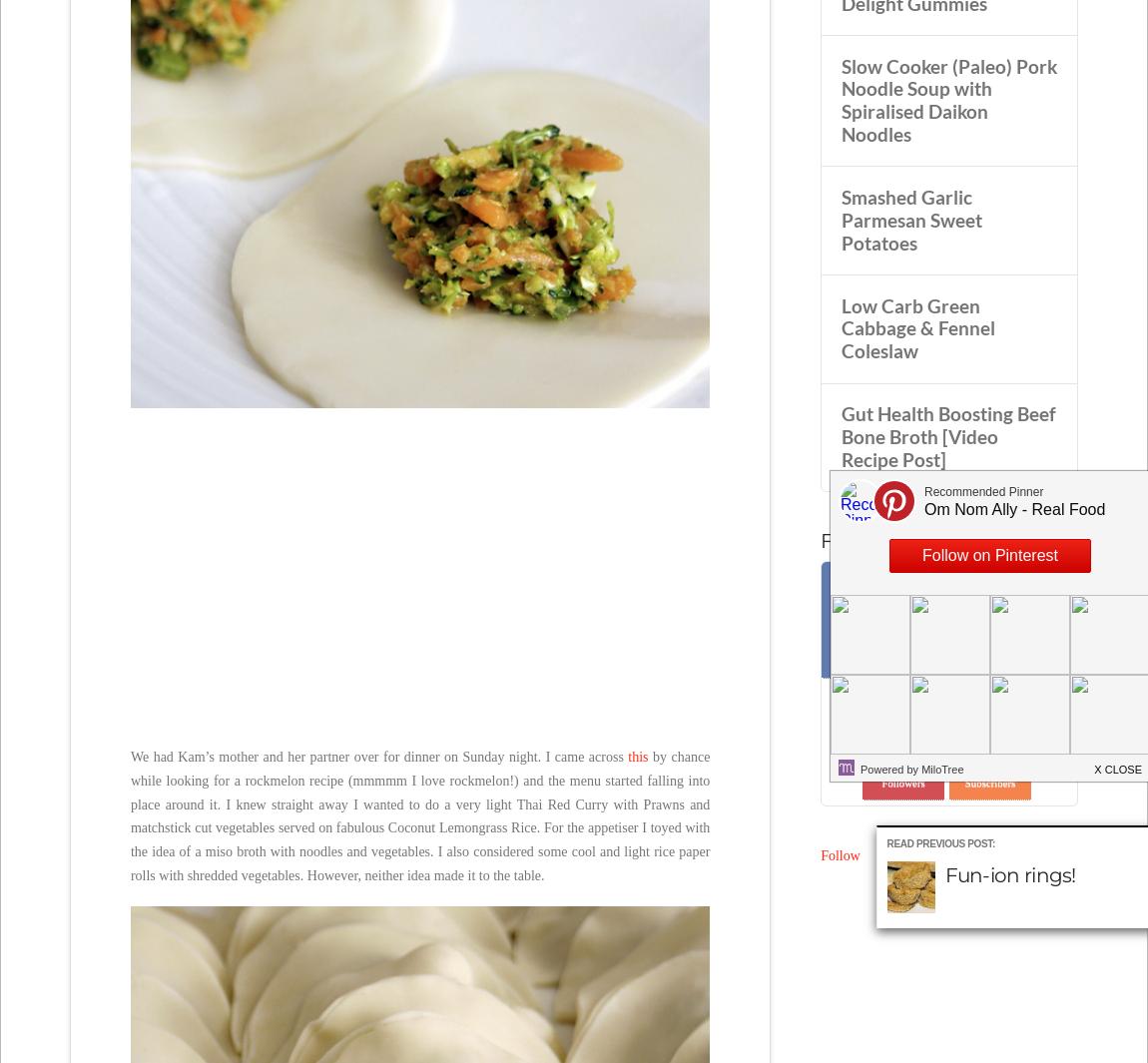 The width and height of the screenshot is (1148, 1063). Describe the element at coordinates (861, 661) in the screenshot. I see `'Fans'` at that location.